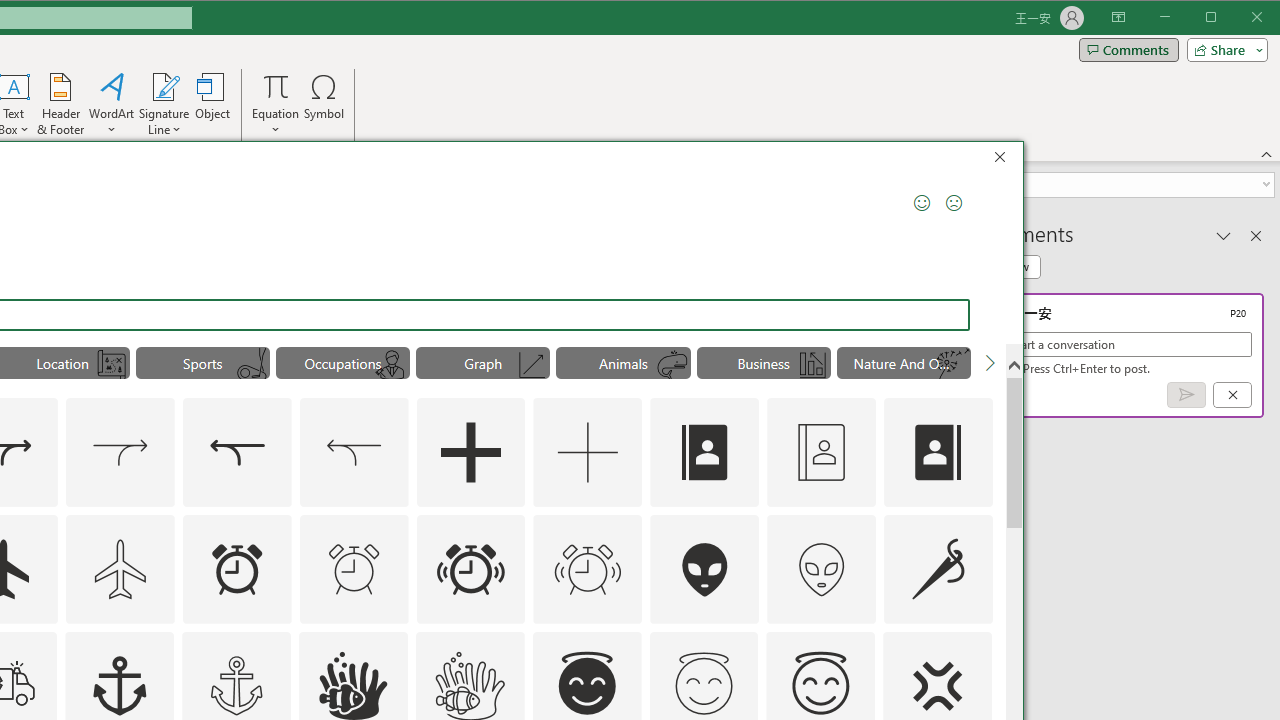 The width and height of the screenshot is (1280, 720). Describe the element at coordinates (937, 568) in the screenshot. I see `'AutomationID: Icons_AlterationsTailoring'` at that location.